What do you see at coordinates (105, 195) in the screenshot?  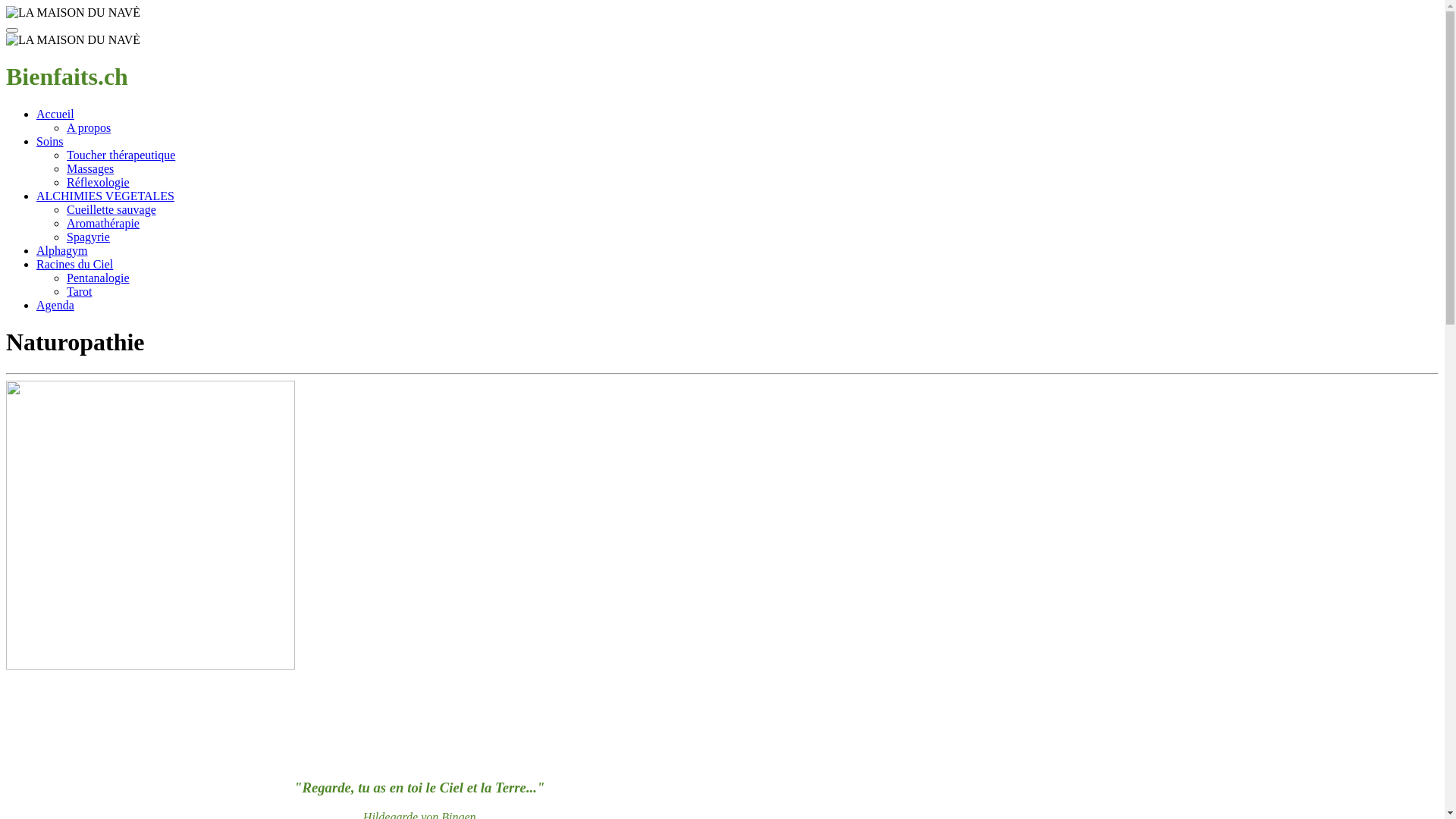 I see `'ALCHIMIES VEGETALES'` at bounding box center [105, 195].